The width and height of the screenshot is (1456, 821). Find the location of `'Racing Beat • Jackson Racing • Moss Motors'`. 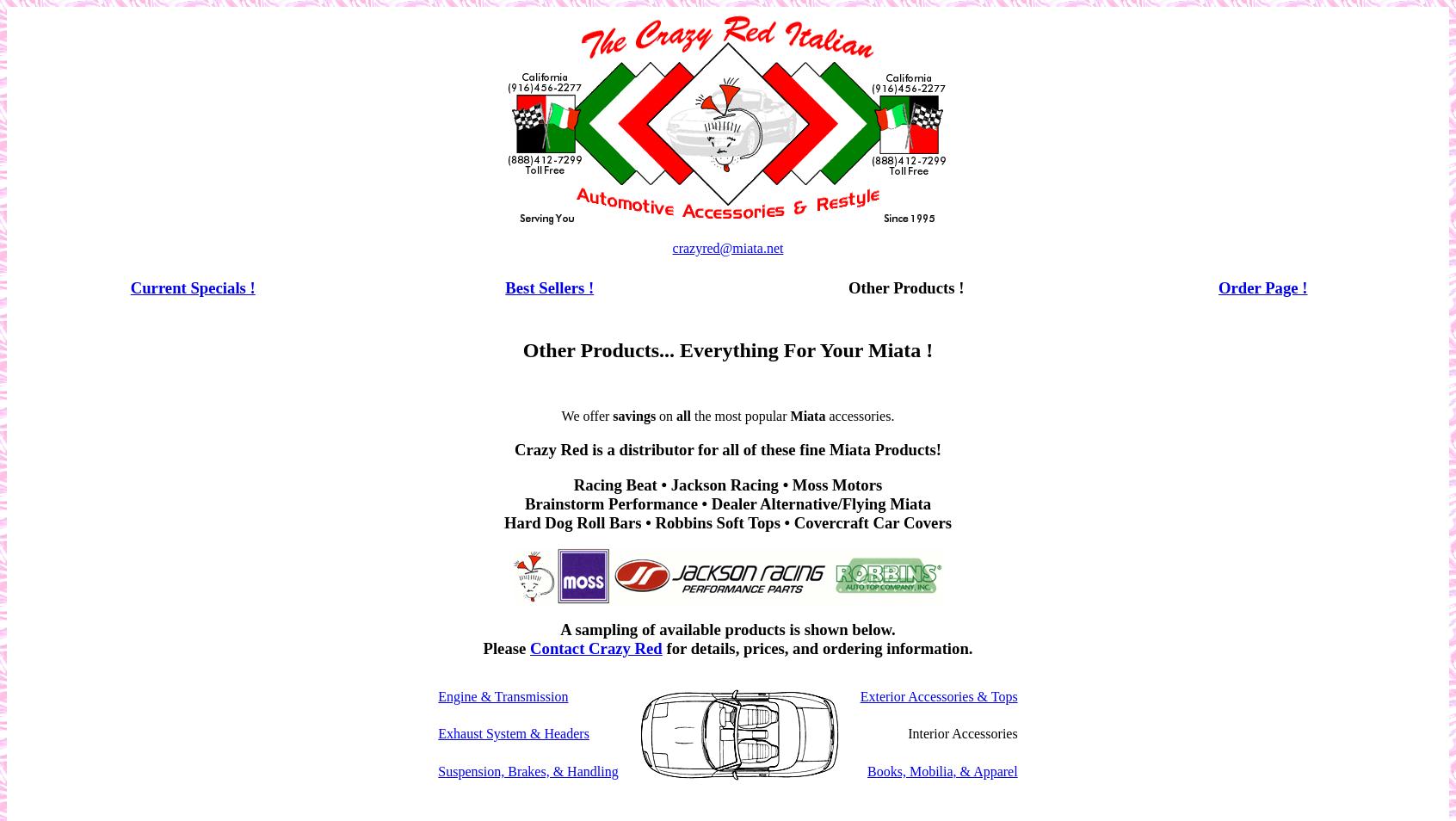

'Racing Beat • Jackson Racing • Moss Motors' is located at coordinates (727, 483).